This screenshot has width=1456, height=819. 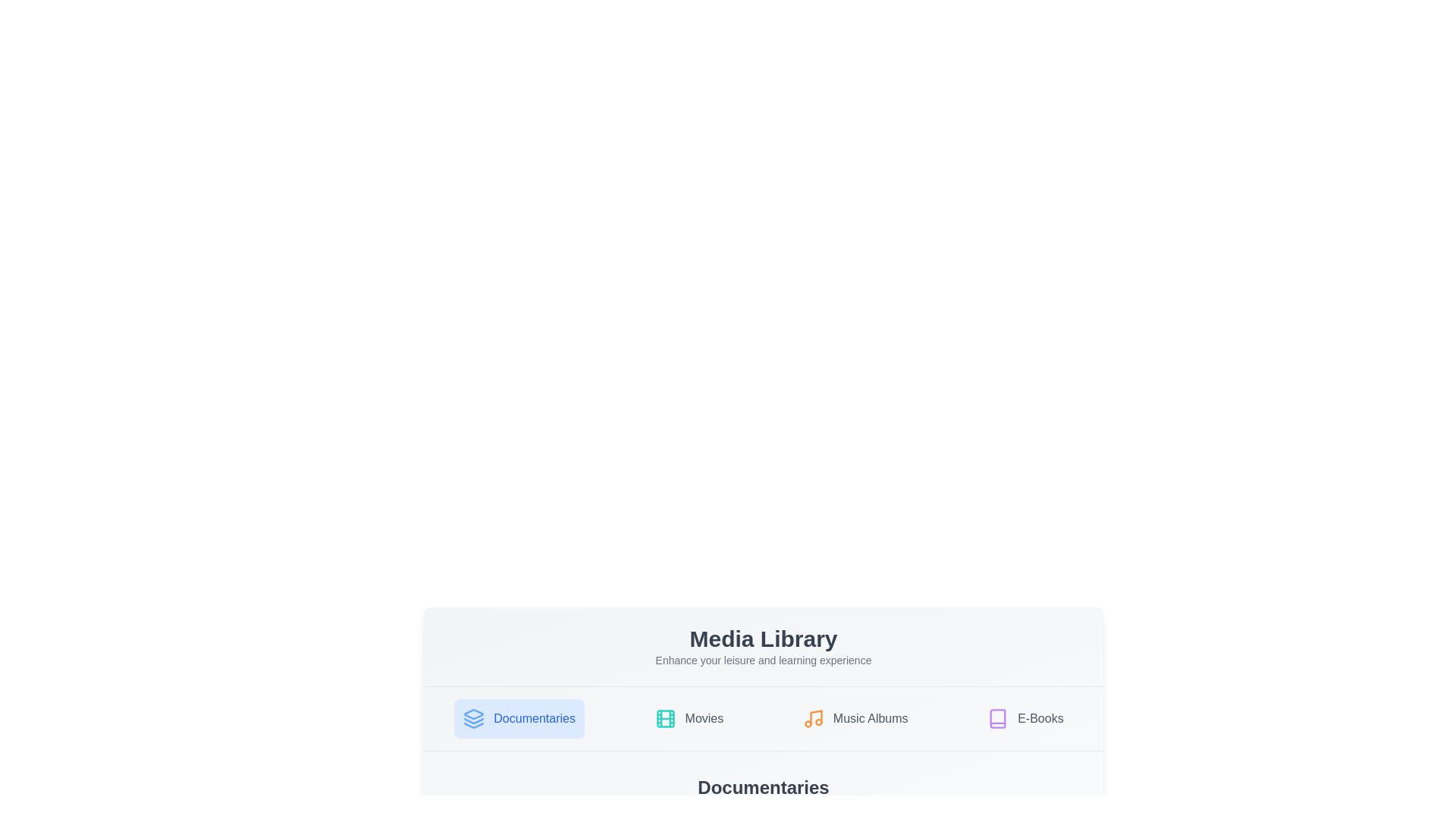 What do you see at coordinates (855, 718) in the screenshot?
I see `the tab labeled Music Albums` at bounding box center [855, 718].